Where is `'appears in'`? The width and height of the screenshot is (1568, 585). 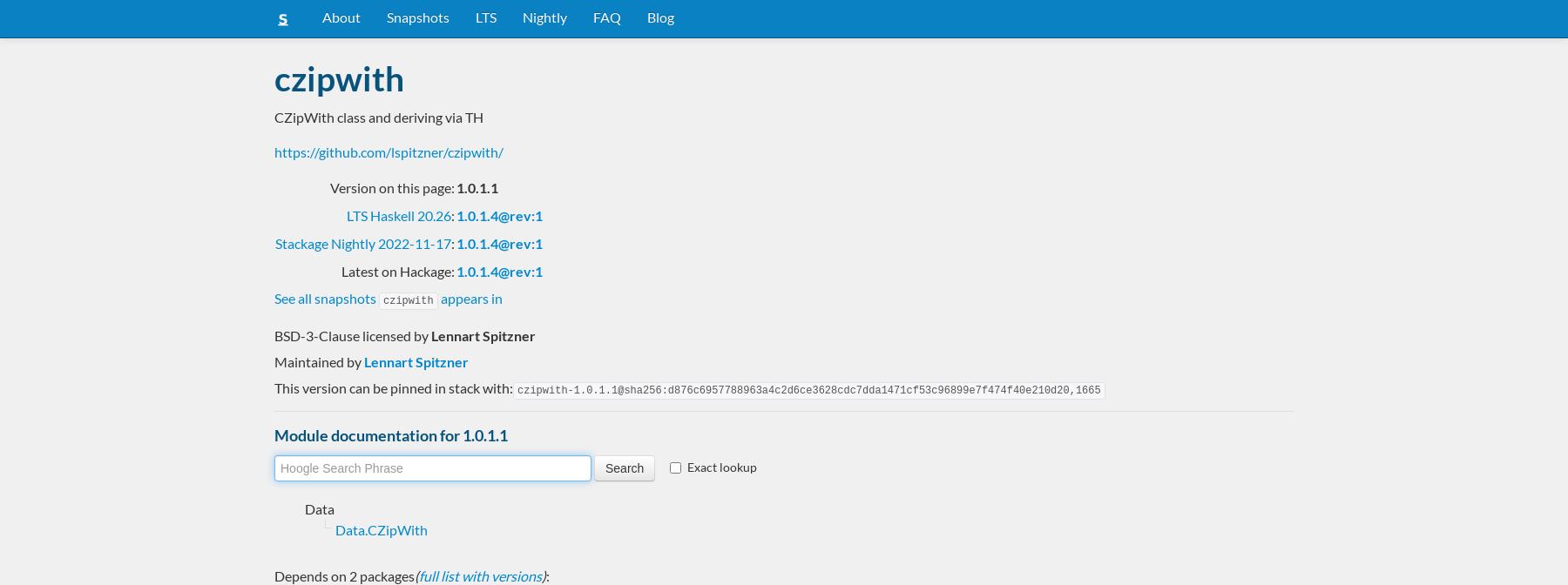 'appears in' is located at coordinates (436, 297).